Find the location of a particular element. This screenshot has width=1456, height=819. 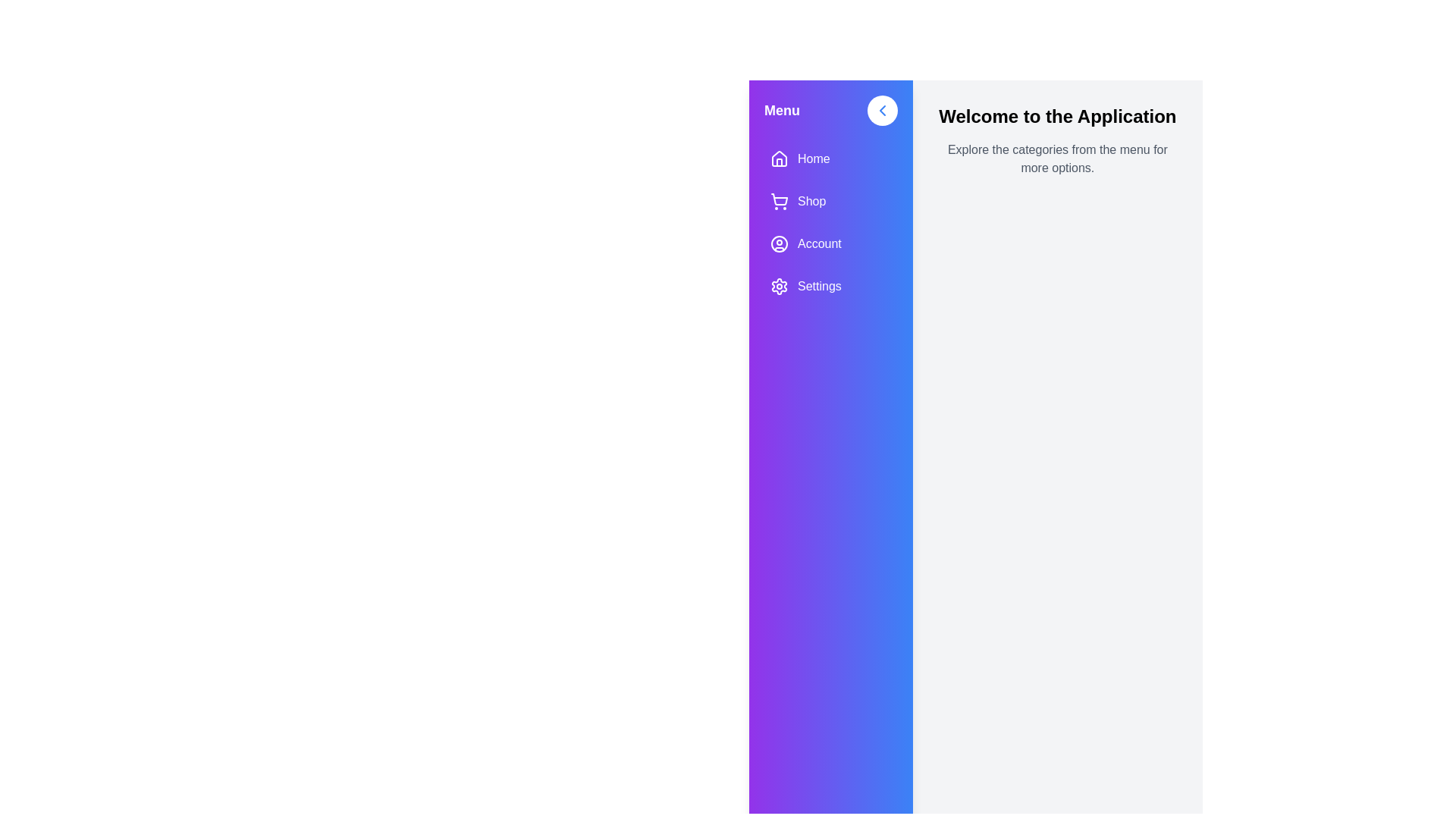

the house icon with a purple background in the sidebar is located at coordinates (779, 158).